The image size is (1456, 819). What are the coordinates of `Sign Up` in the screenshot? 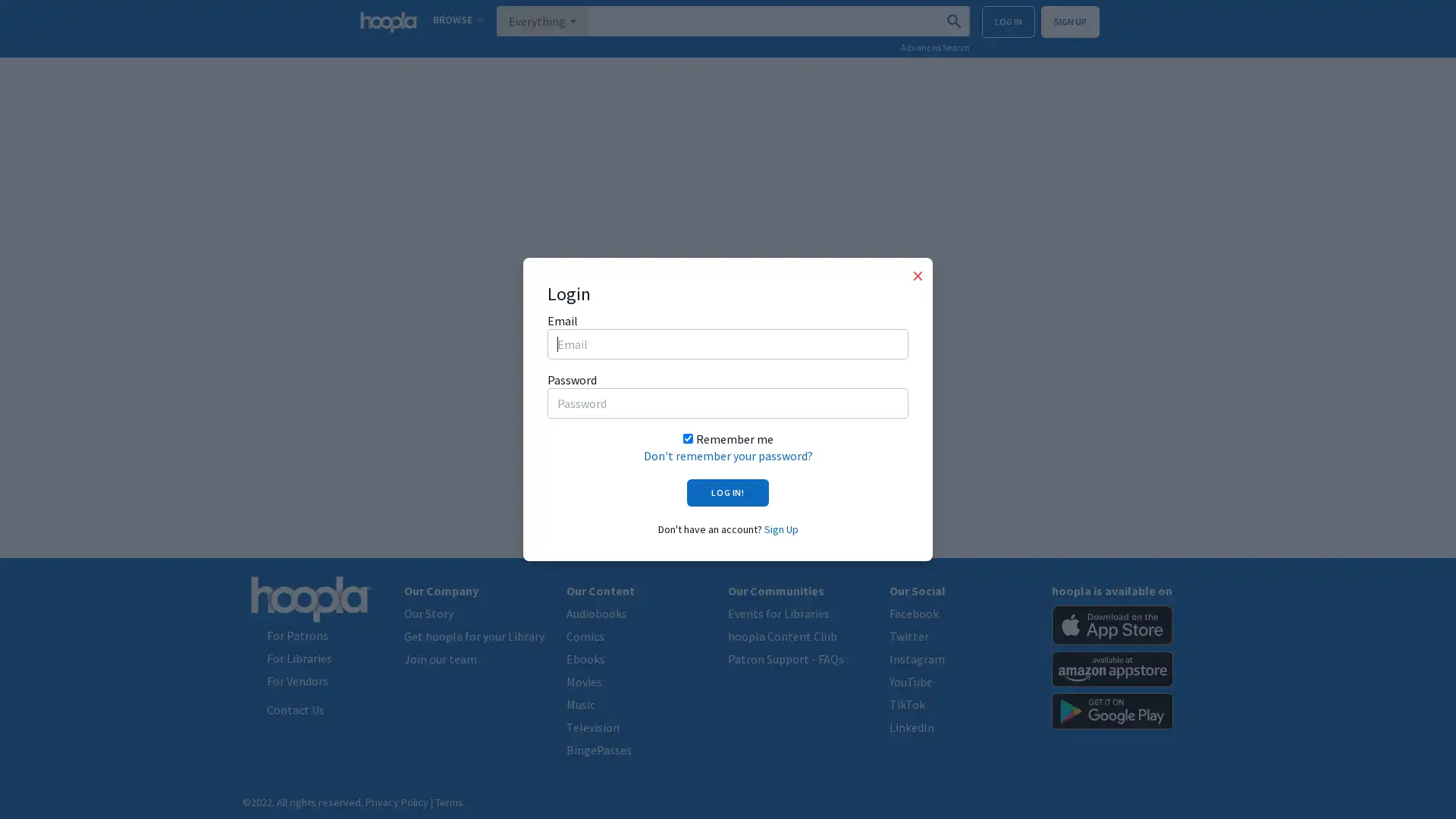 It's located at (780, 529).